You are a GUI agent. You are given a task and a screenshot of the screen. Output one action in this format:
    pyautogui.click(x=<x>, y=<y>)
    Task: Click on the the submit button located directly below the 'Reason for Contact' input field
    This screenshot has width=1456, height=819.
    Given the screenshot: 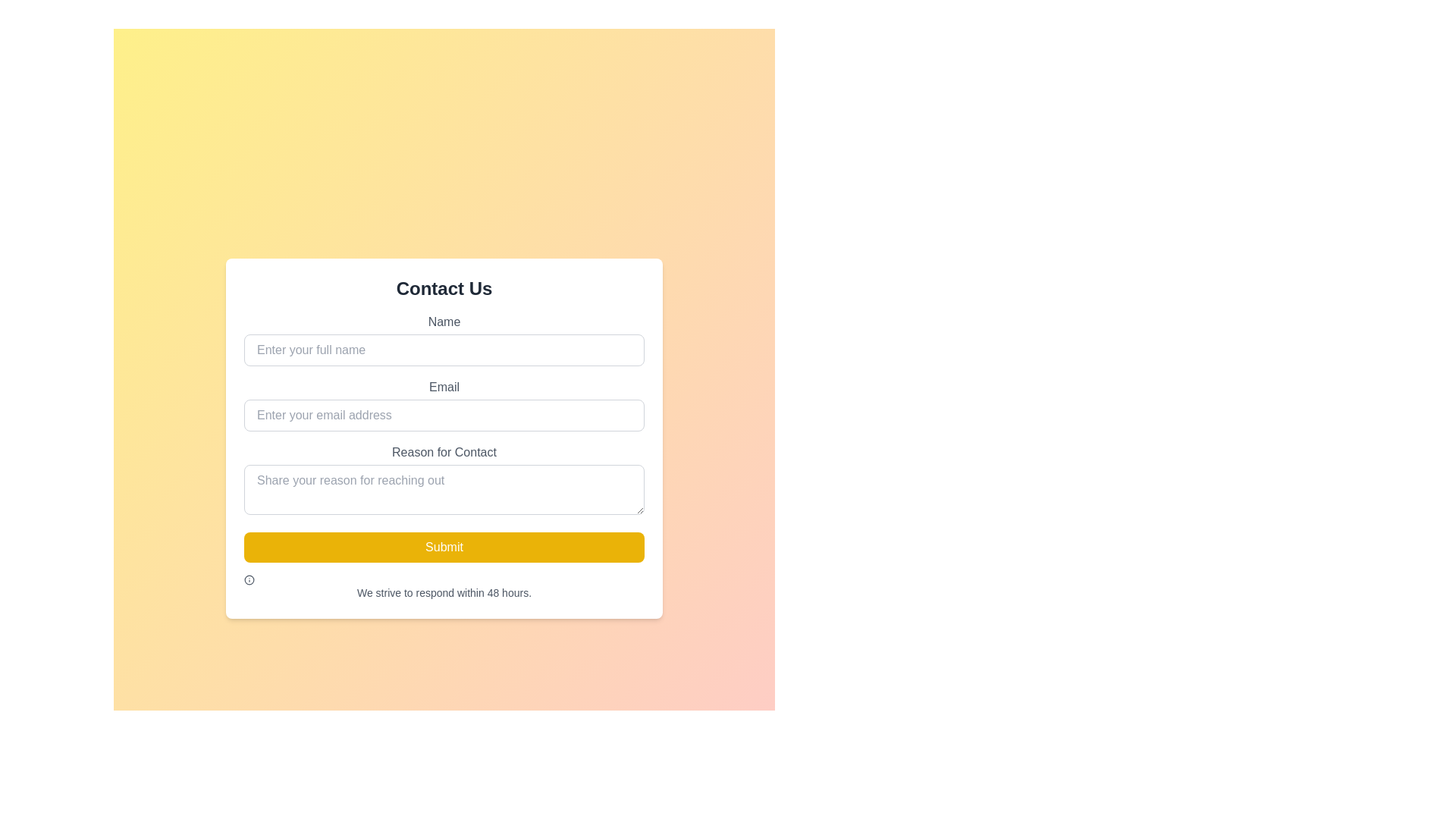 What is the action you would take?
    pyautogui.click(x=443, y=547)
    